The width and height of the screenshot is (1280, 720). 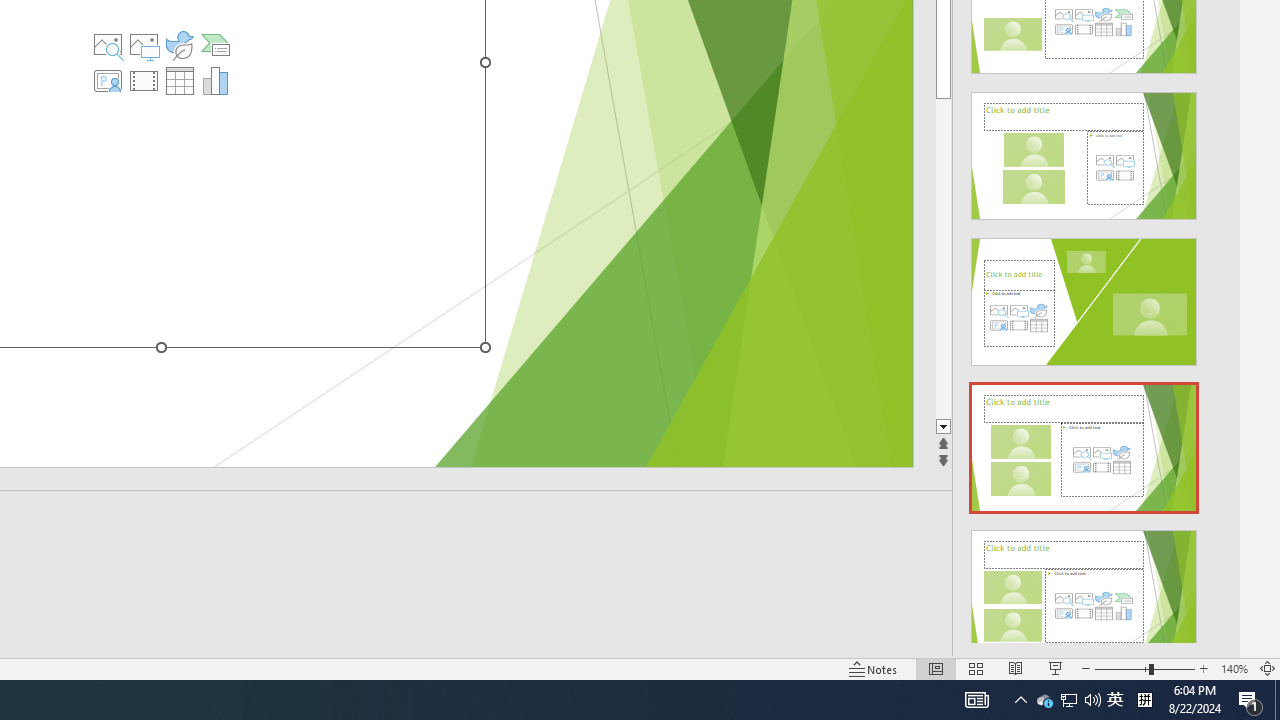 I want to click on 'Insert Cameo', so click(x=107, y=80).